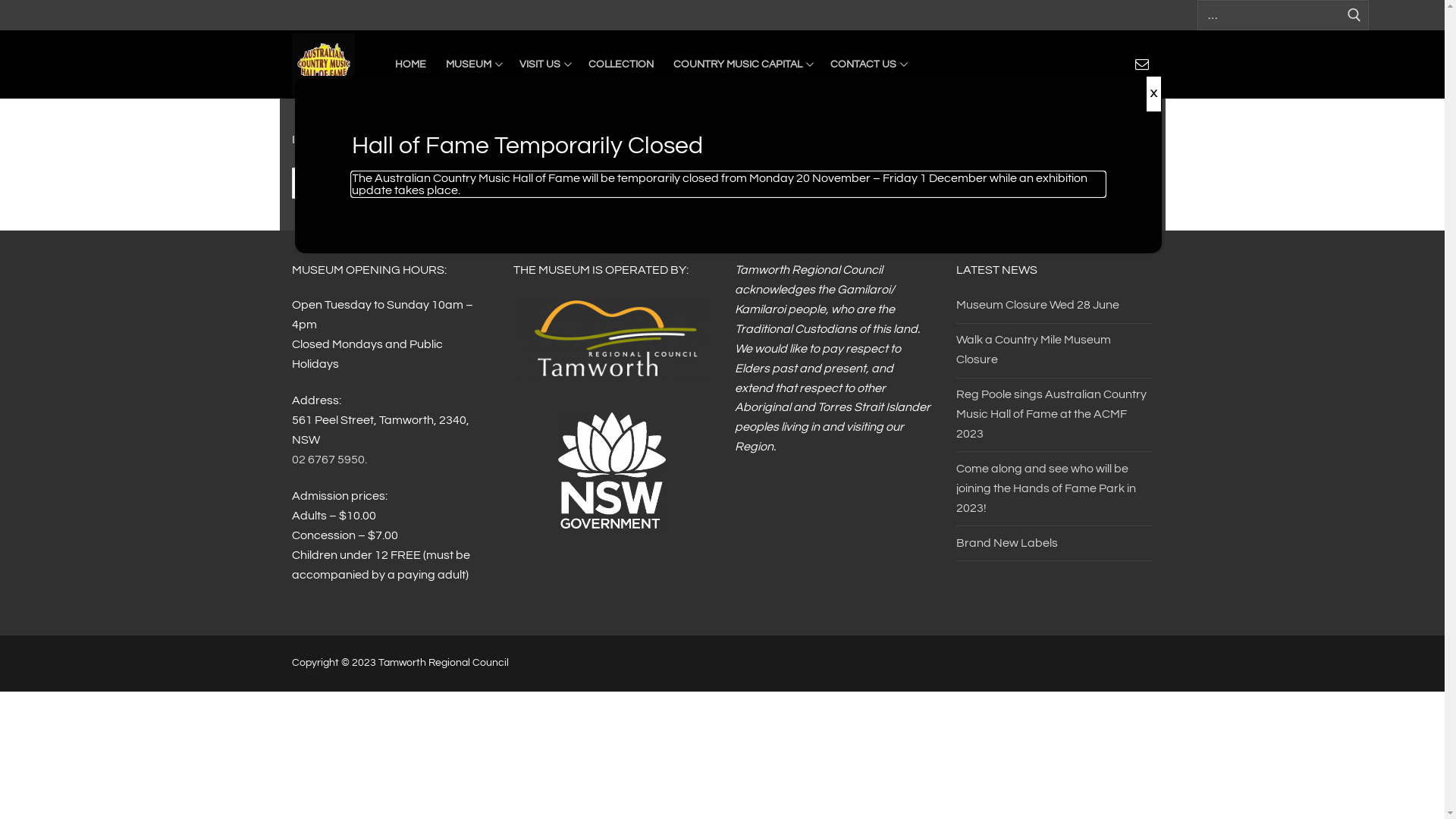  What do you see at coordinates (1053, 547) in the screenshot?
I see `'Brand New Labels'` at bounding box center [1053, 547].